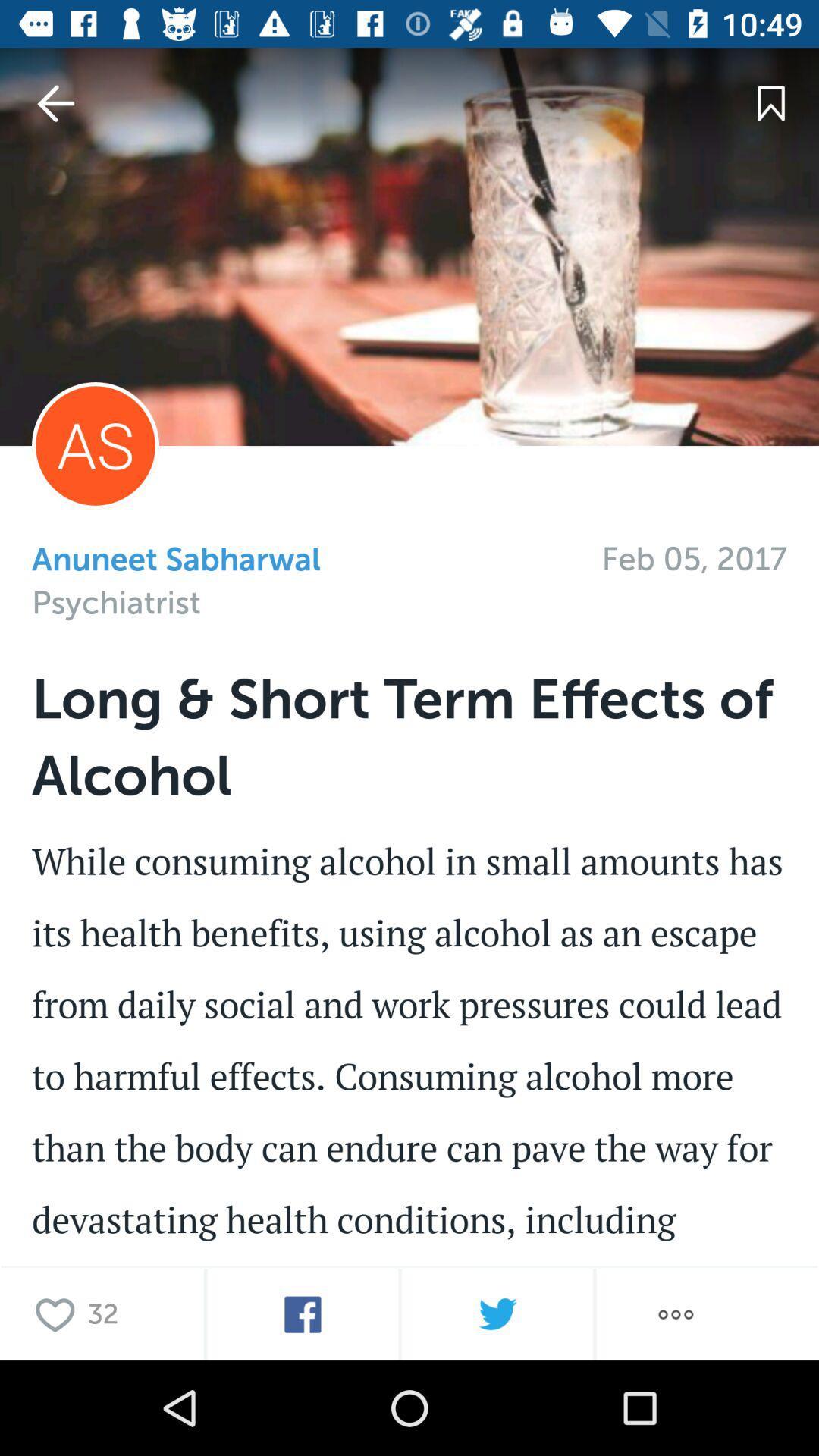  What do you see at coordinates (58, 1313) in the screenshot?
I see `like comment` at bounding box center [58, 1313].